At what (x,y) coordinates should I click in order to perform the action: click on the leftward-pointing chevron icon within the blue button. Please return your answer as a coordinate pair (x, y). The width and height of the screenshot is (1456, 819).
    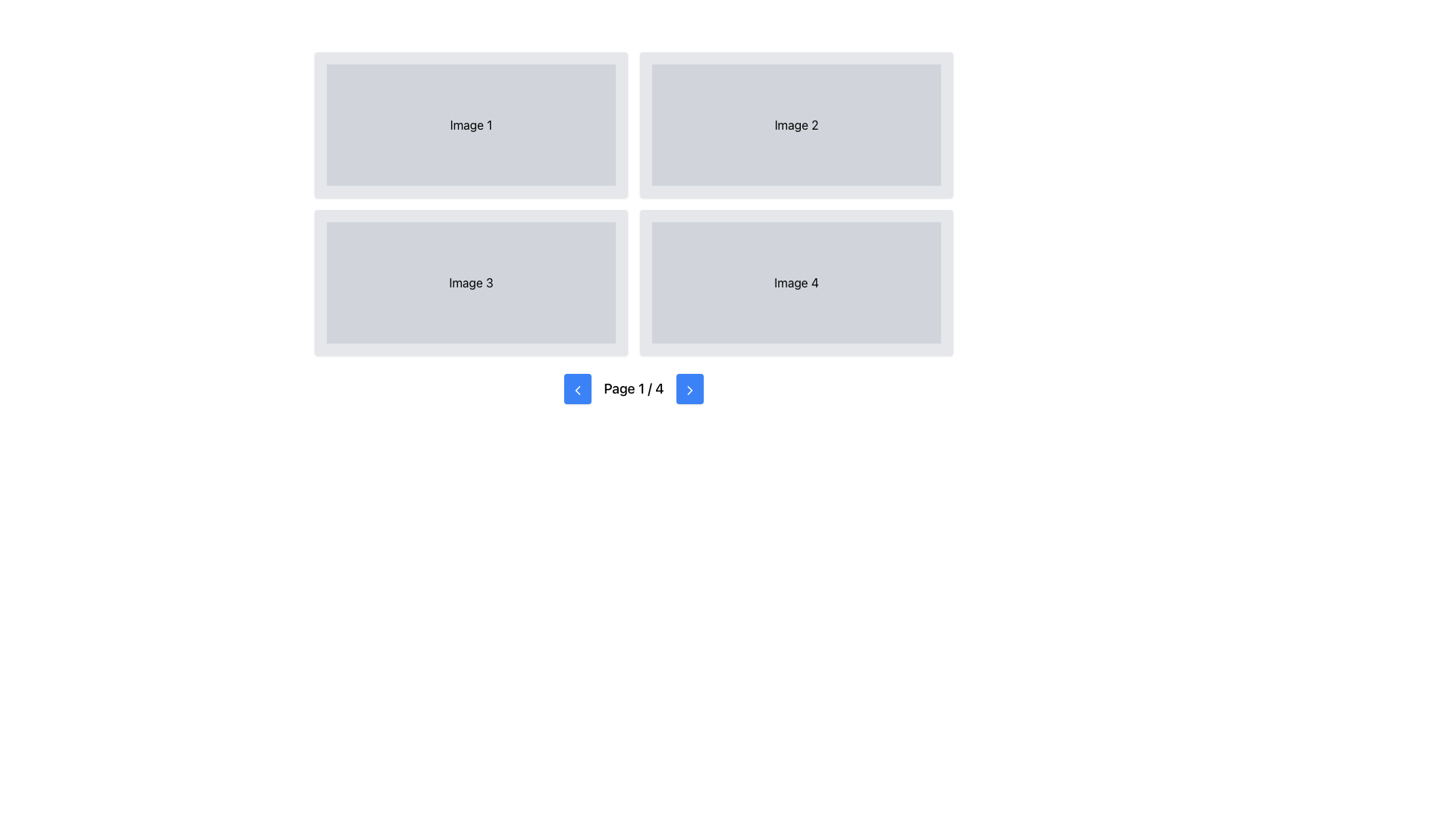
    Looking at the image, I should click on (577, 389).